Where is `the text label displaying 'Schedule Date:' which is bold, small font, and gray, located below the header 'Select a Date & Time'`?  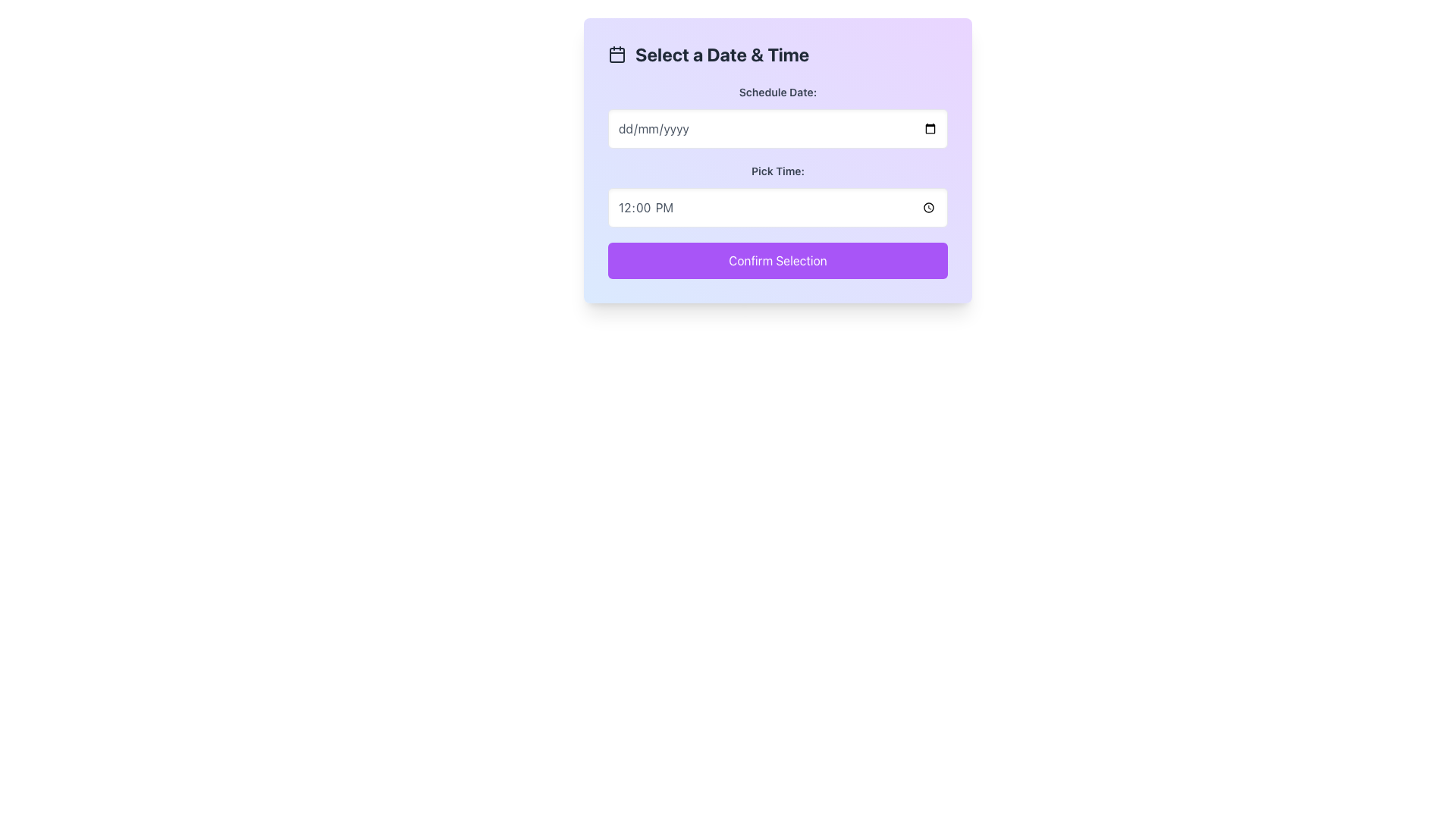
the text label displaying 'Schedule Date:' which is bold, small font, and gray, located below the header 'Select a Date & Time' is located at coordinates (778, 93).